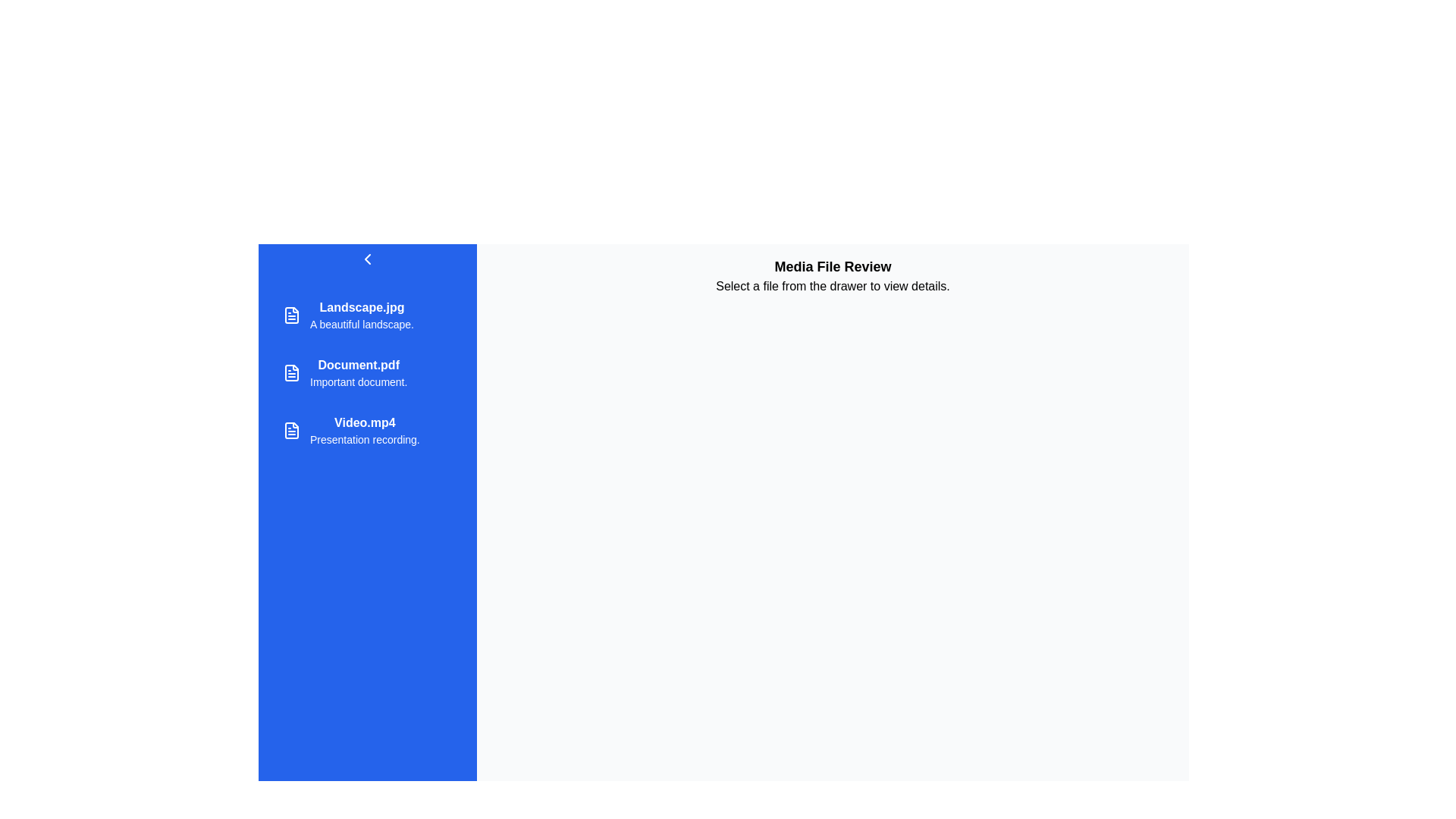  Describe the element at coordinates (367, 430) in the screenshot. I see `the list item labeled 'Video.mp4' with a subtitle 'Presentation recording' in the left panel` at that location.